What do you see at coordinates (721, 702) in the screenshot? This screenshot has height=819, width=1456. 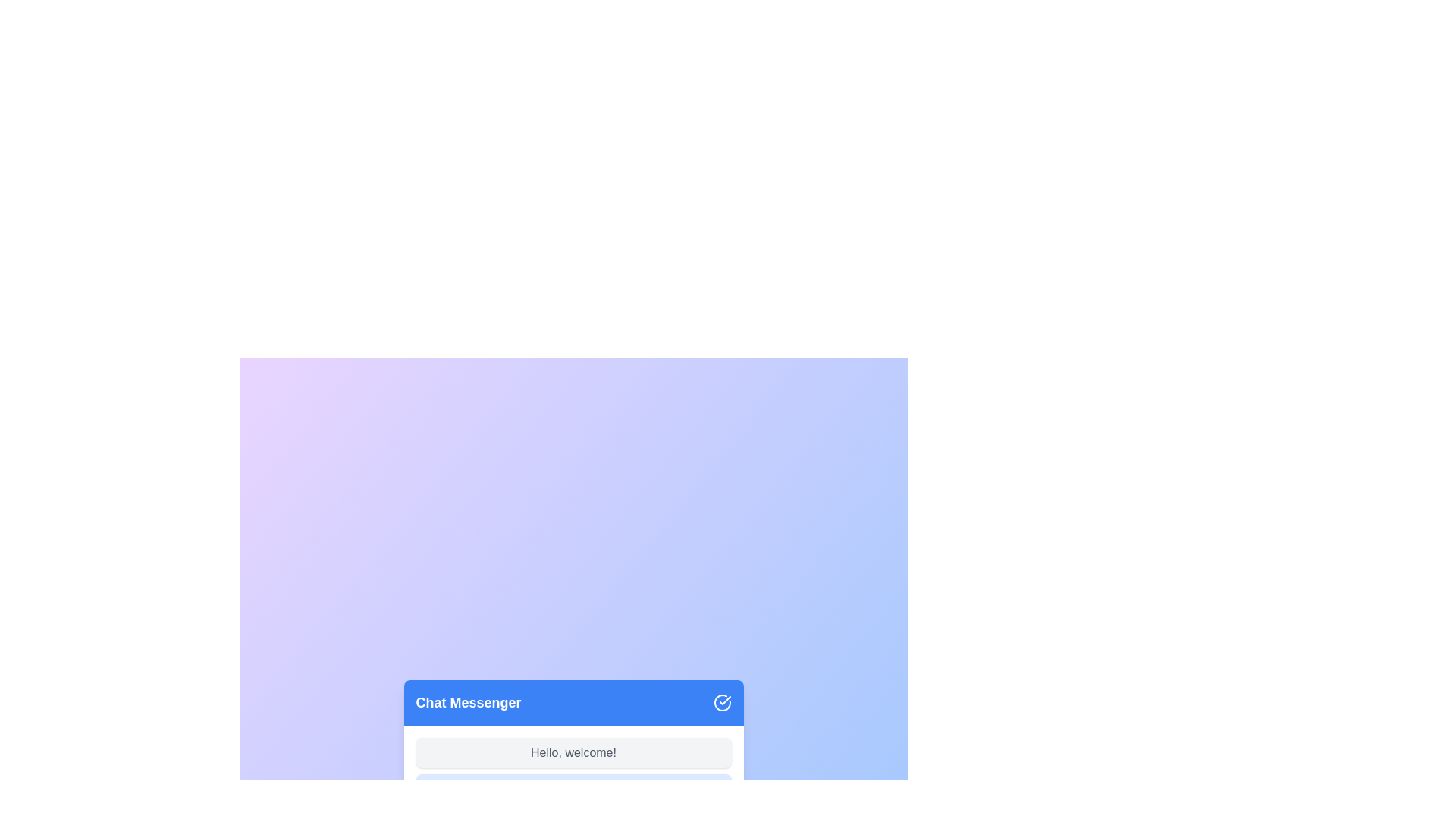 I see `the success indicator icon in the Chat Messenger interface, located in the top-right corner next to the Chat Messenger text` at bounding box center [721, 702].